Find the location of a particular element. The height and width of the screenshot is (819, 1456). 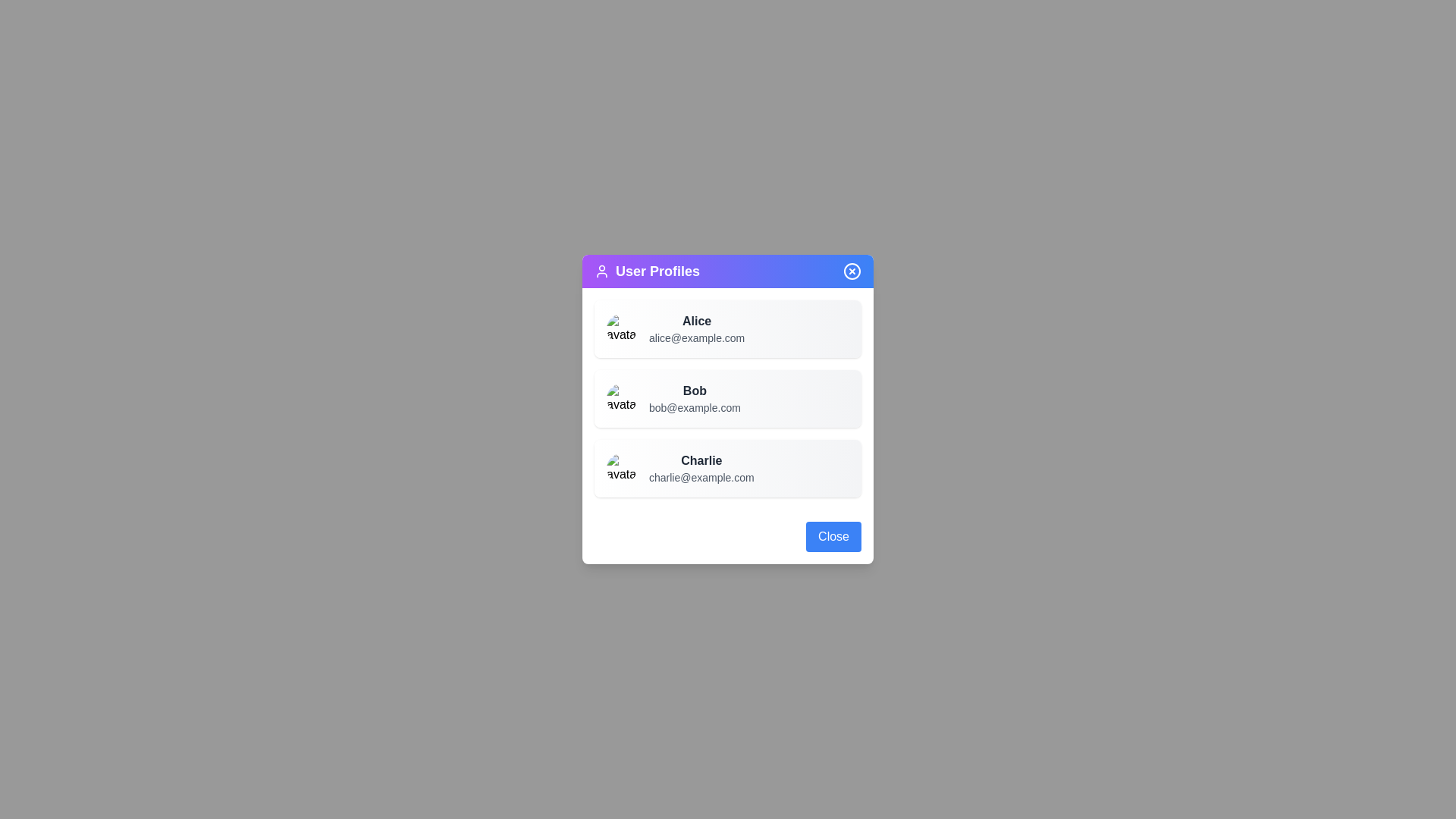

the close button located at the top-right corner of the dialog is located at coordinates (852, 271).